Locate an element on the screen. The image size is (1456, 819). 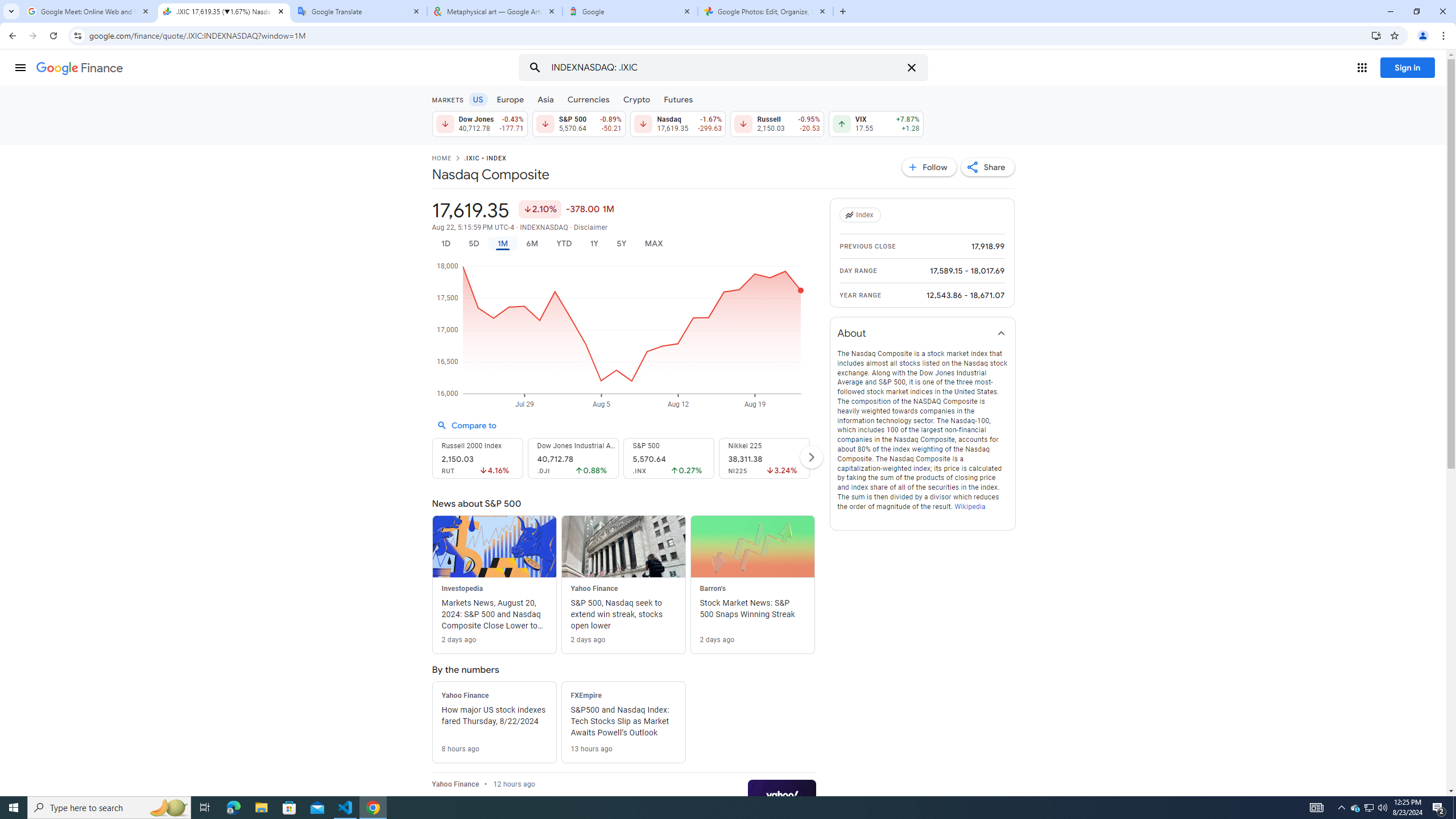
'Share' is located at coordinates (987, 166).